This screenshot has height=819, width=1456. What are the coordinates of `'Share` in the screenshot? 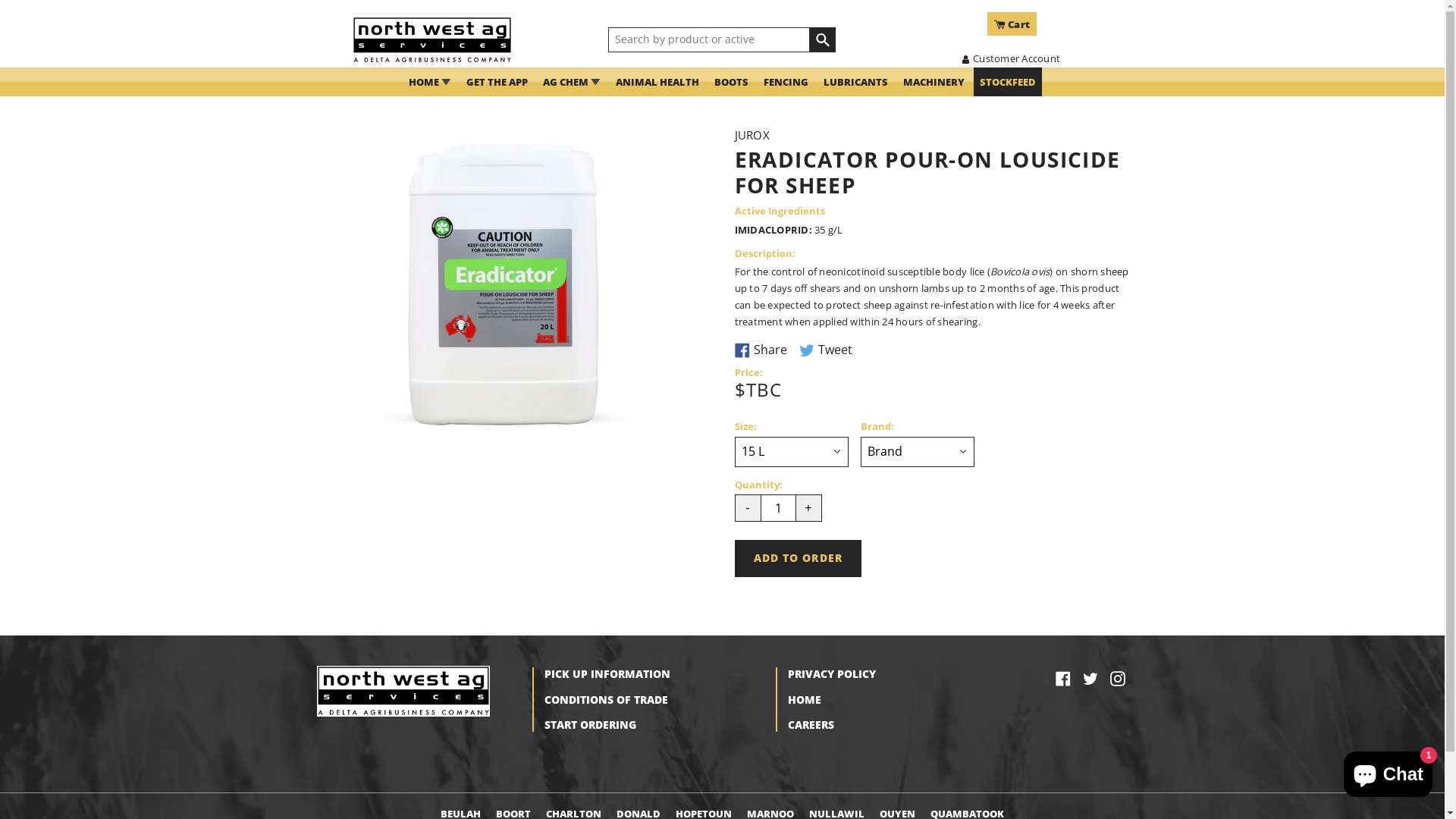 It's located at (761, 350).